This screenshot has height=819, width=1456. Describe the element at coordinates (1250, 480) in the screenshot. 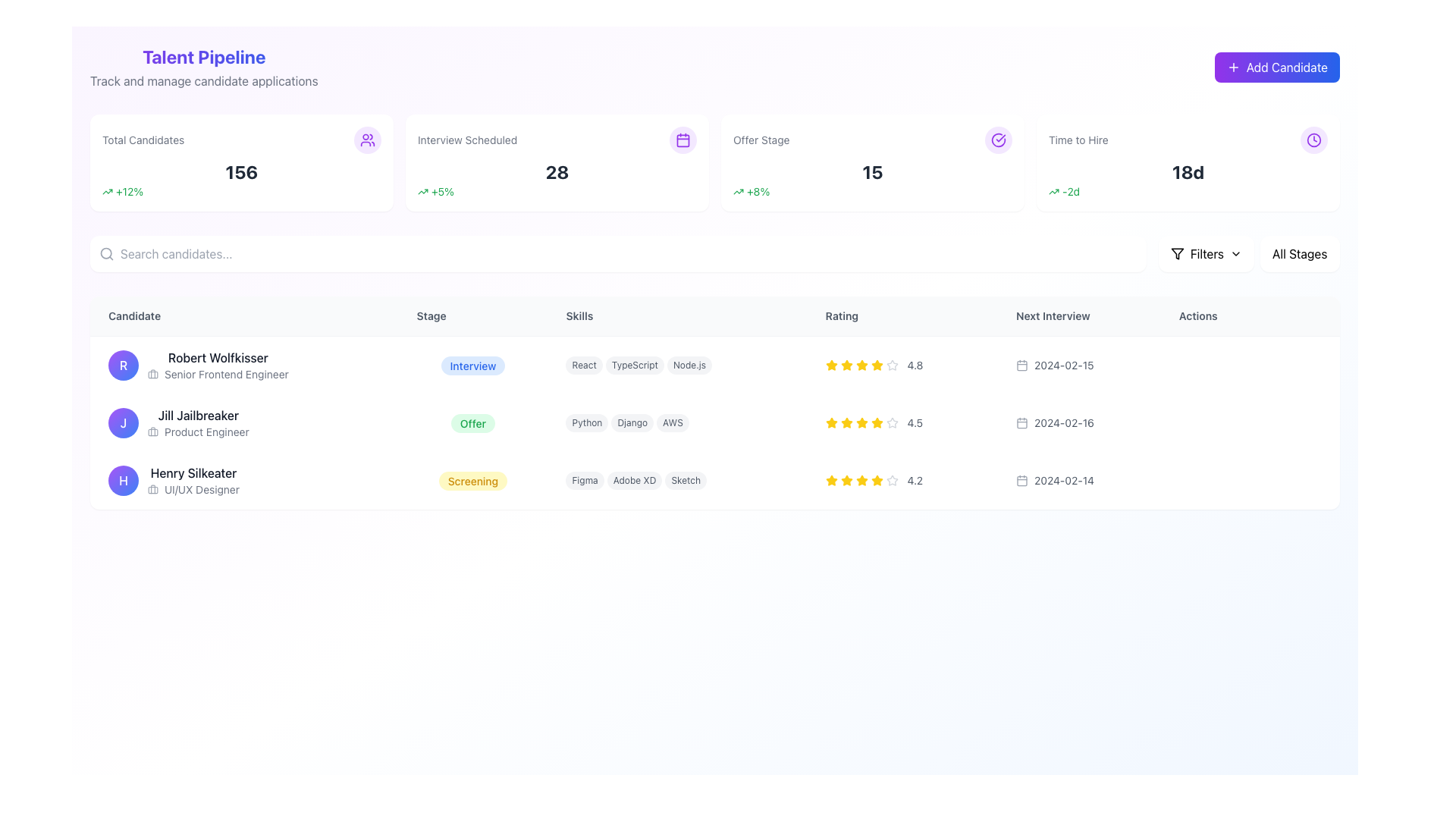

I see `the Table Cell in the 'Actions' column for 'Henry Silkeater' which may serve as a placeholder for future interactive elements` at that location.